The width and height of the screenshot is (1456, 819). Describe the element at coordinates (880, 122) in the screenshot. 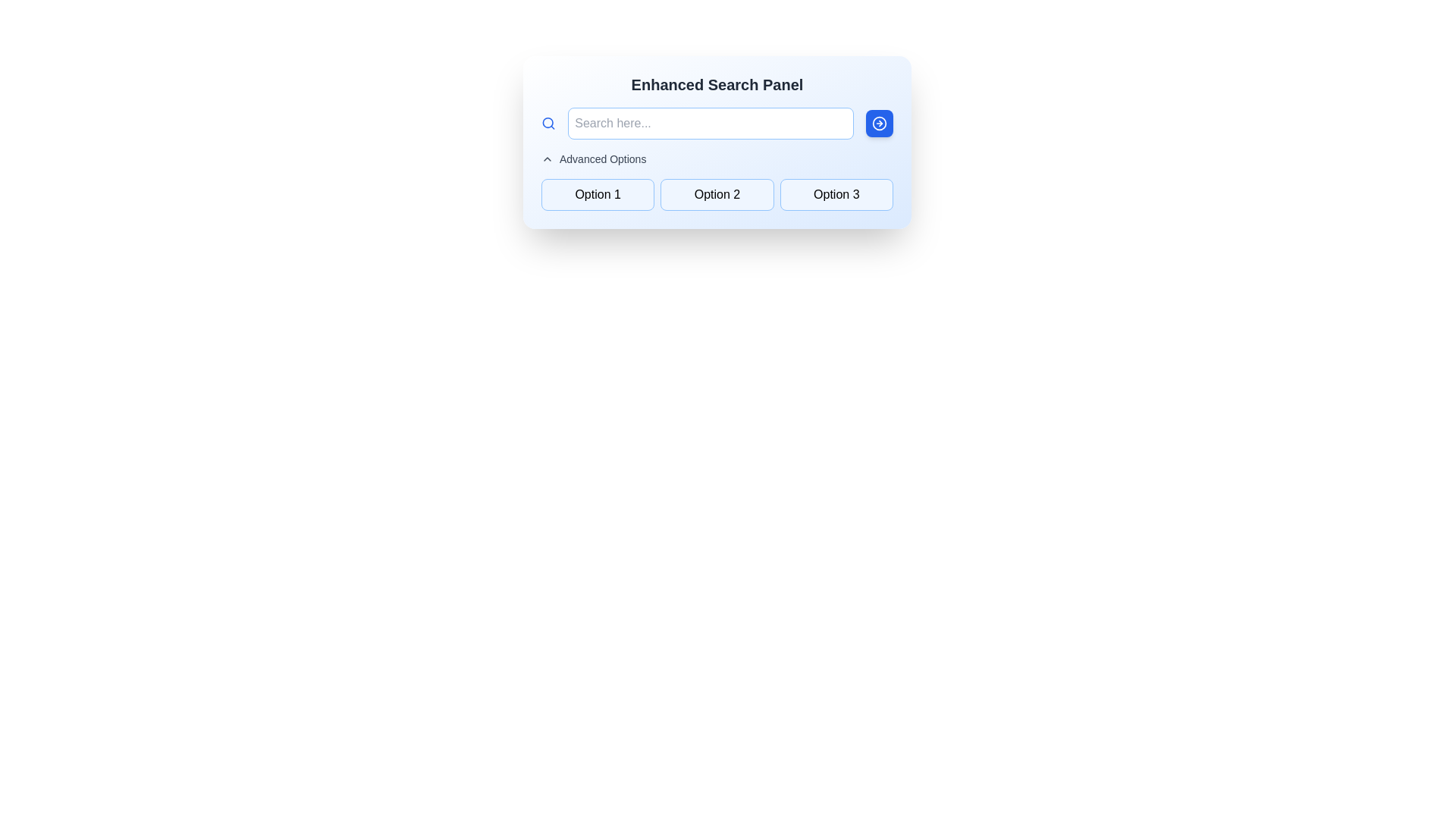

I see `the circular arrow icon located at the upper-right corner of the search interface` at that location.